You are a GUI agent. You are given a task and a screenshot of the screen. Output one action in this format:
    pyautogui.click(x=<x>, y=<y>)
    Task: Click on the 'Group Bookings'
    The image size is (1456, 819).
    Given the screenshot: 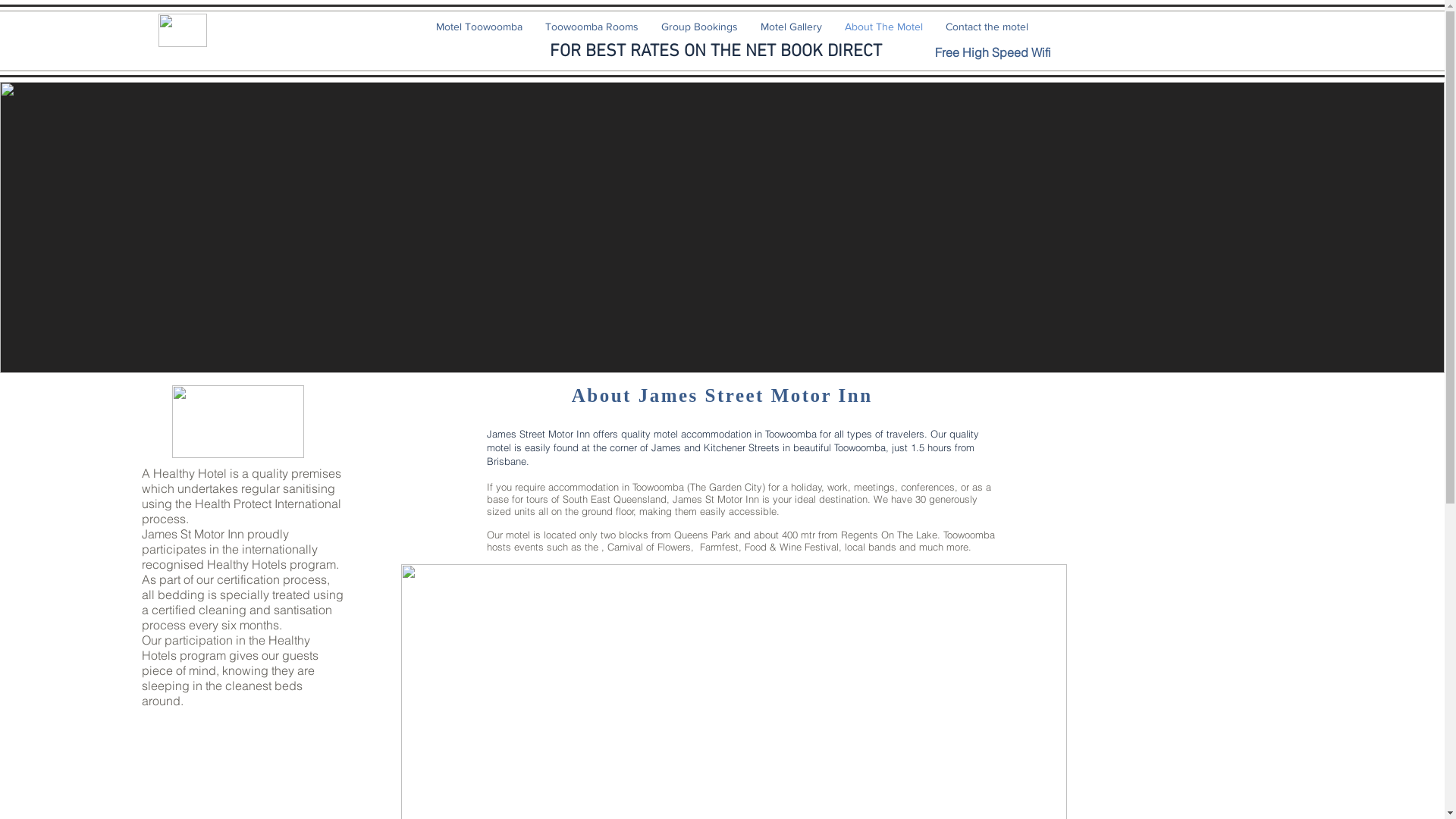 What is the action you would take?
    pyautogui.click(x=648, y=26)
    